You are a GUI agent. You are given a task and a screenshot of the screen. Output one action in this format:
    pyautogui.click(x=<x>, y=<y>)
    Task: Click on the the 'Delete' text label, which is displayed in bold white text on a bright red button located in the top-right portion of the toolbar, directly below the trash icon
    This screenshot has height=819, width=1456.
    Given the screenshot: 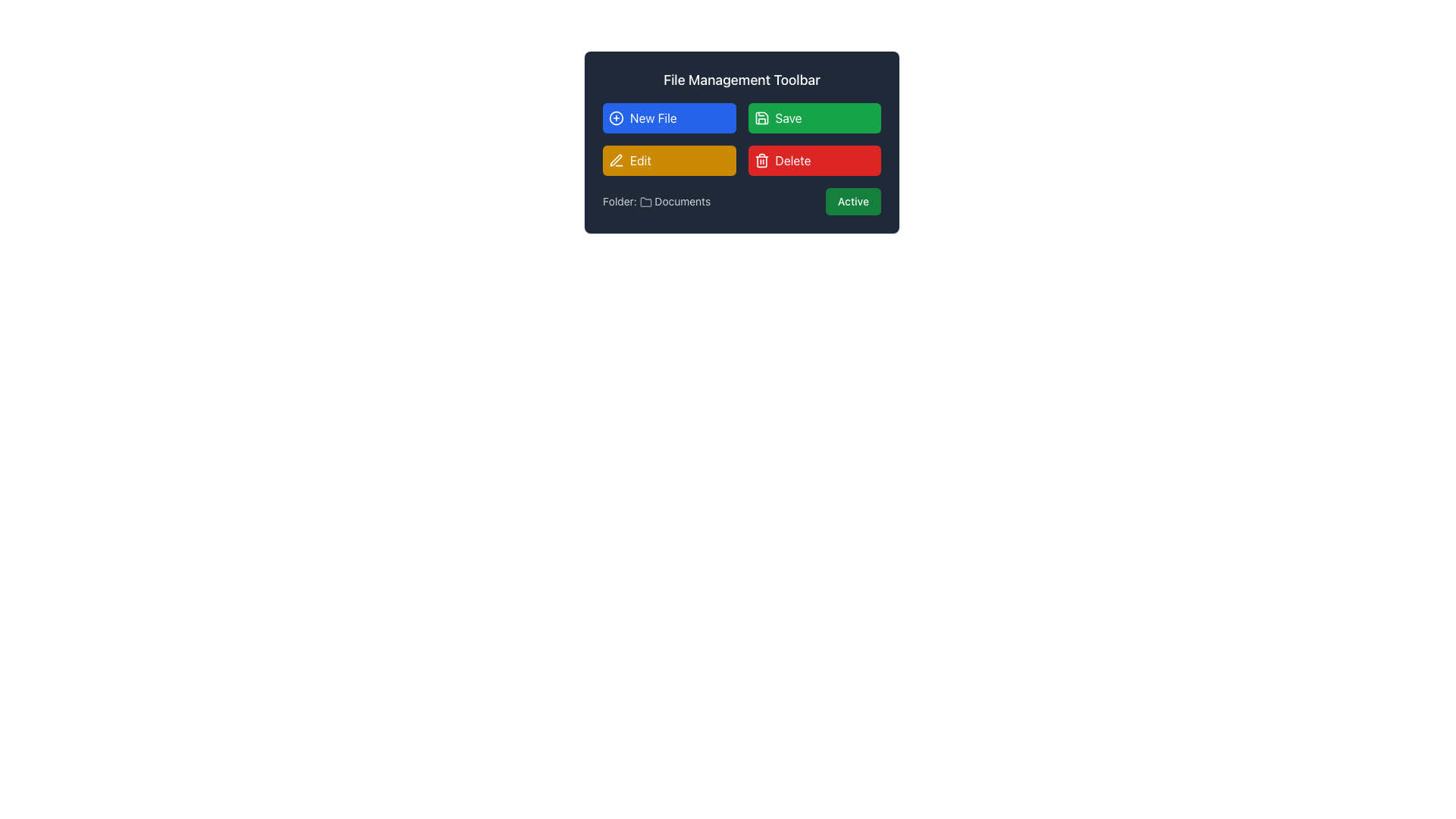 What is the action you would take?
    pyautogui.click(x=792, y=161)
    